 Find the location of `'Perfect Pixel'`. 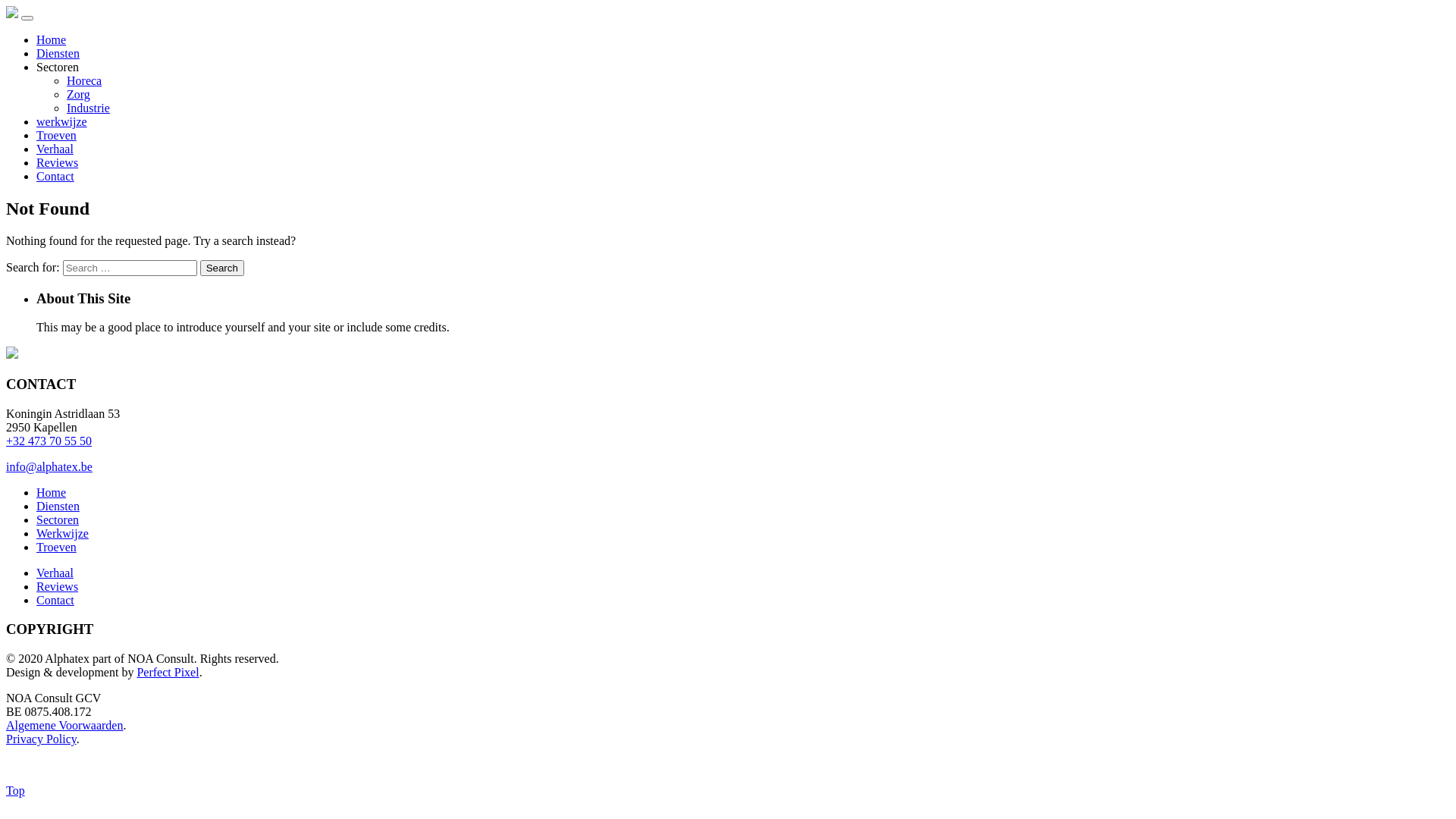

'Perfect Pixel' is located at coordinates (167, 671).